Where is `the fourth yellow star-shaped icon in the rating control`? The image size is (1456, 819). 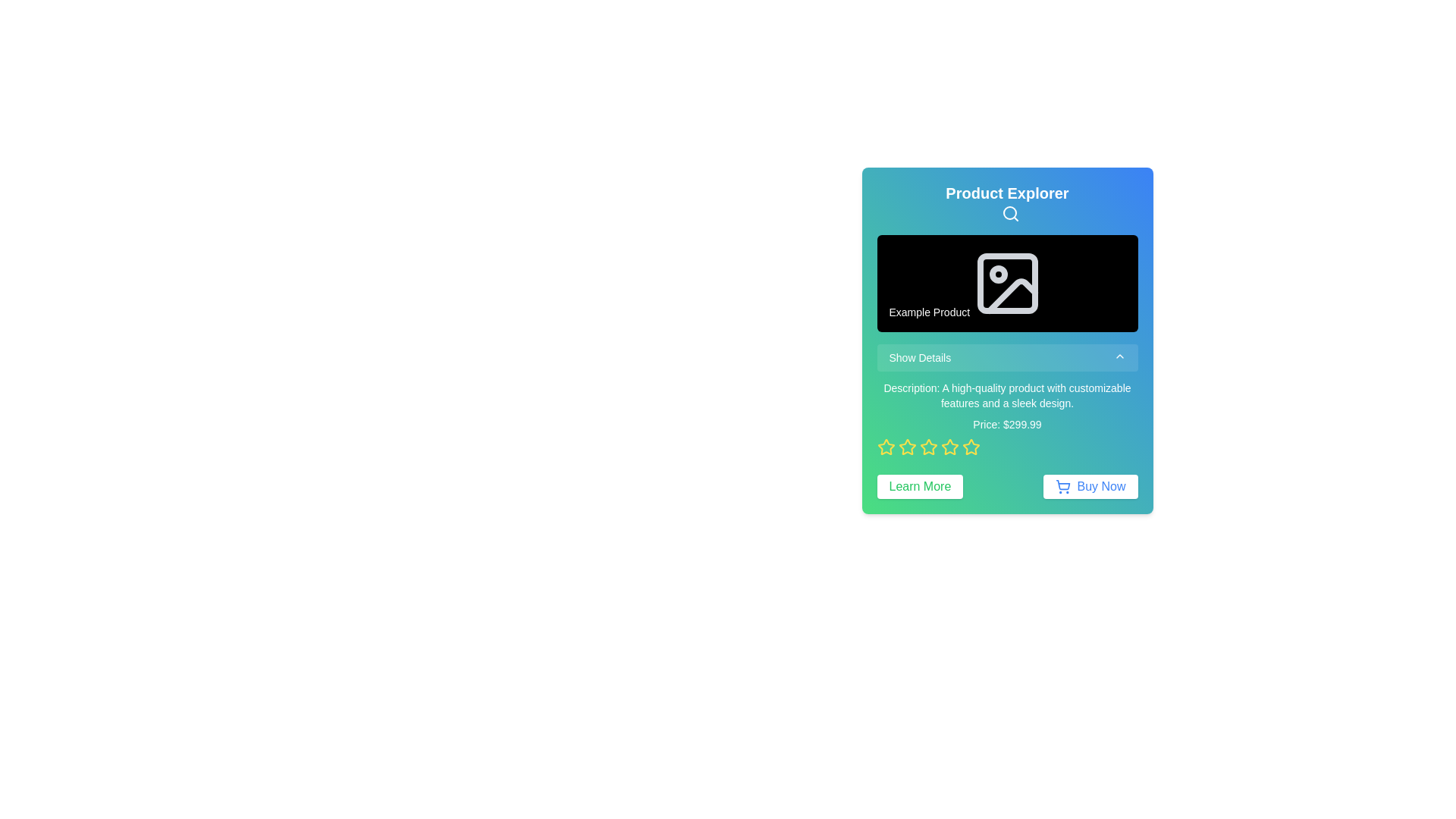 the fourth yellow star-shaped icon in the rating control is located at coordinates (927, 446).